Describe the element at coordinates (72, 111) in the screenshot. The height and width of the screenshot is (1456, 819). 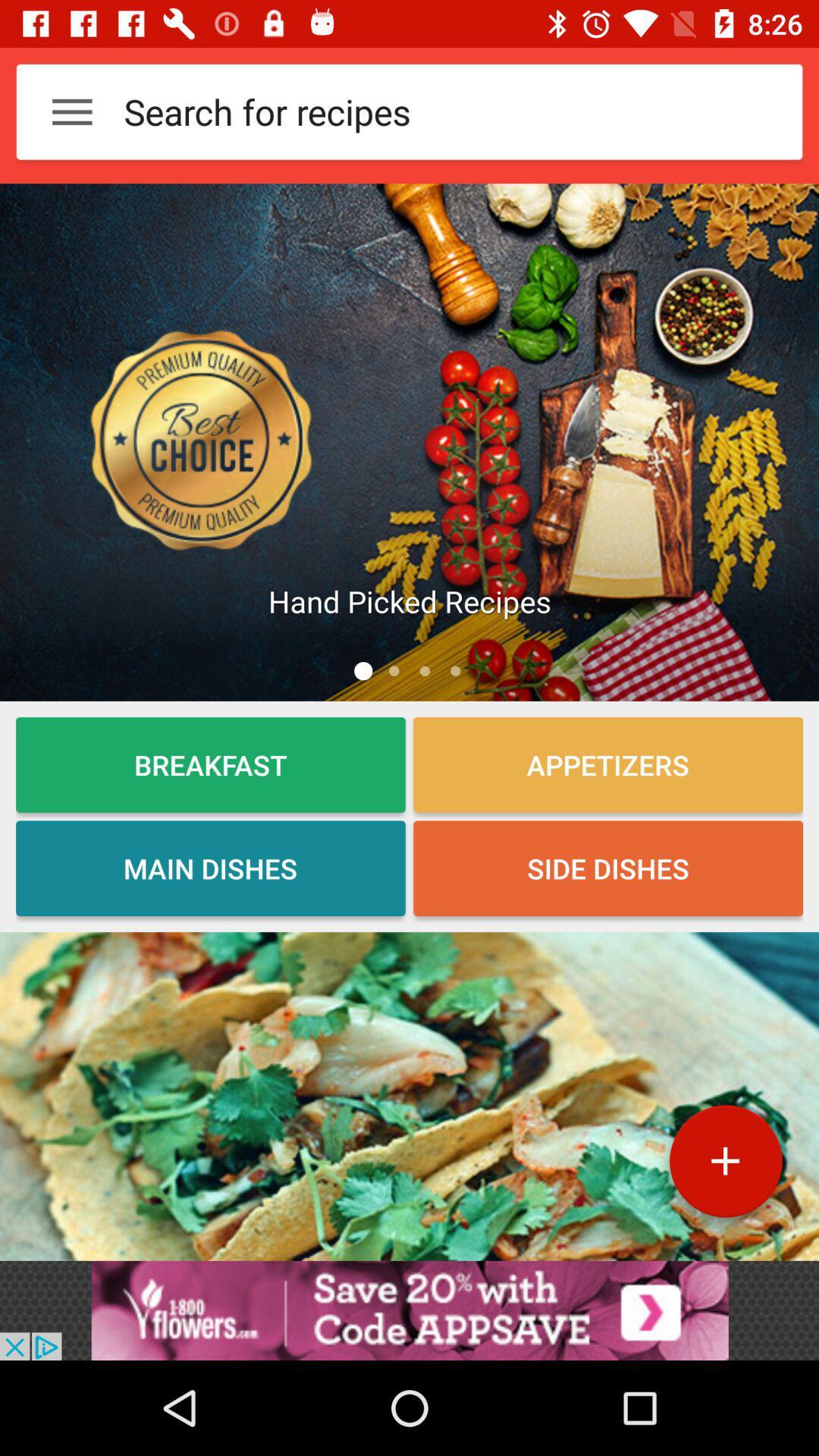
I see `the 3 horizontal lines at the top left corner of the web page` at that location.